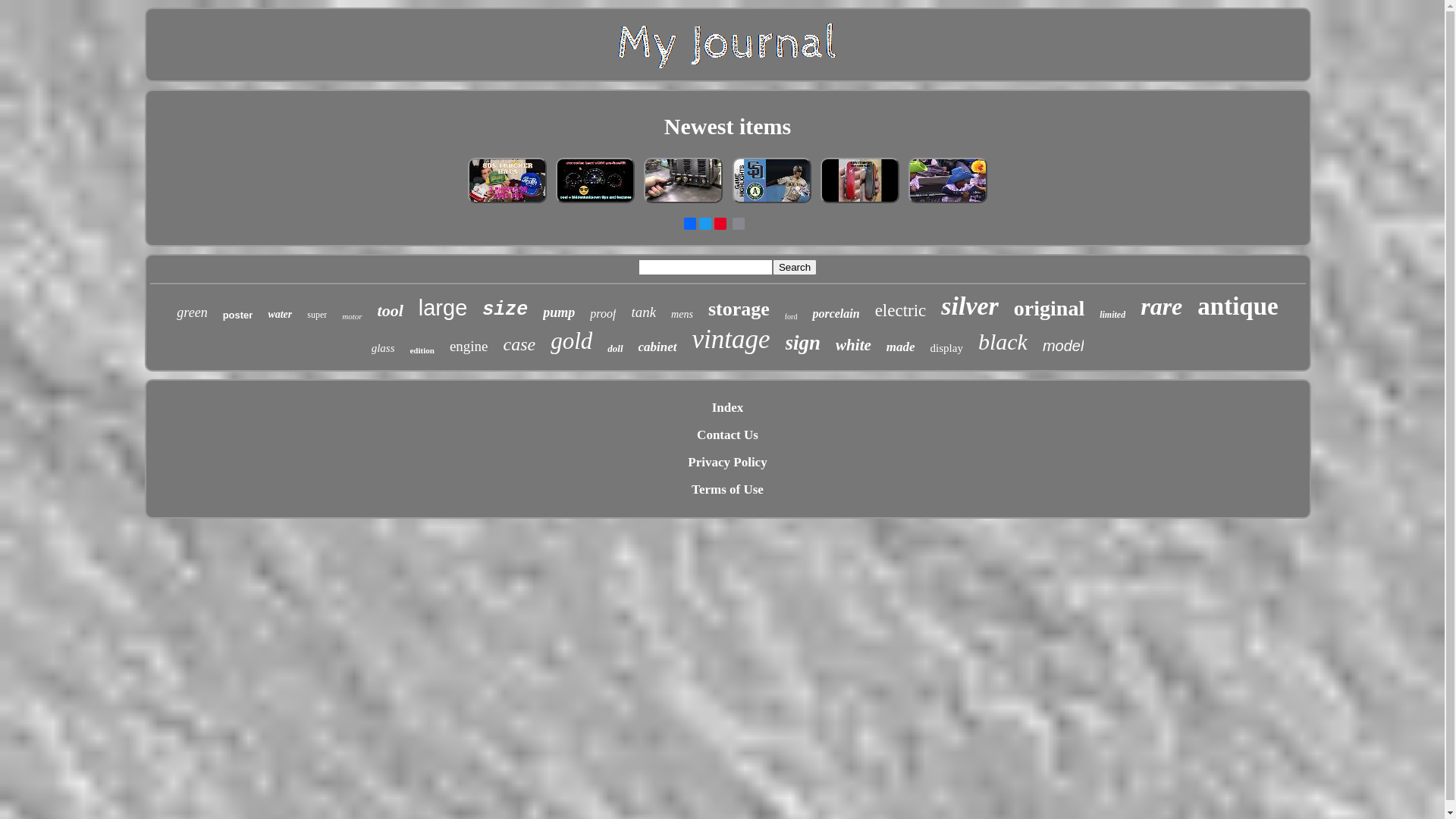  What do you see at coordinates (602, 312) in the screenshot?
I see `'proof'` at bounding box center [602, 312].